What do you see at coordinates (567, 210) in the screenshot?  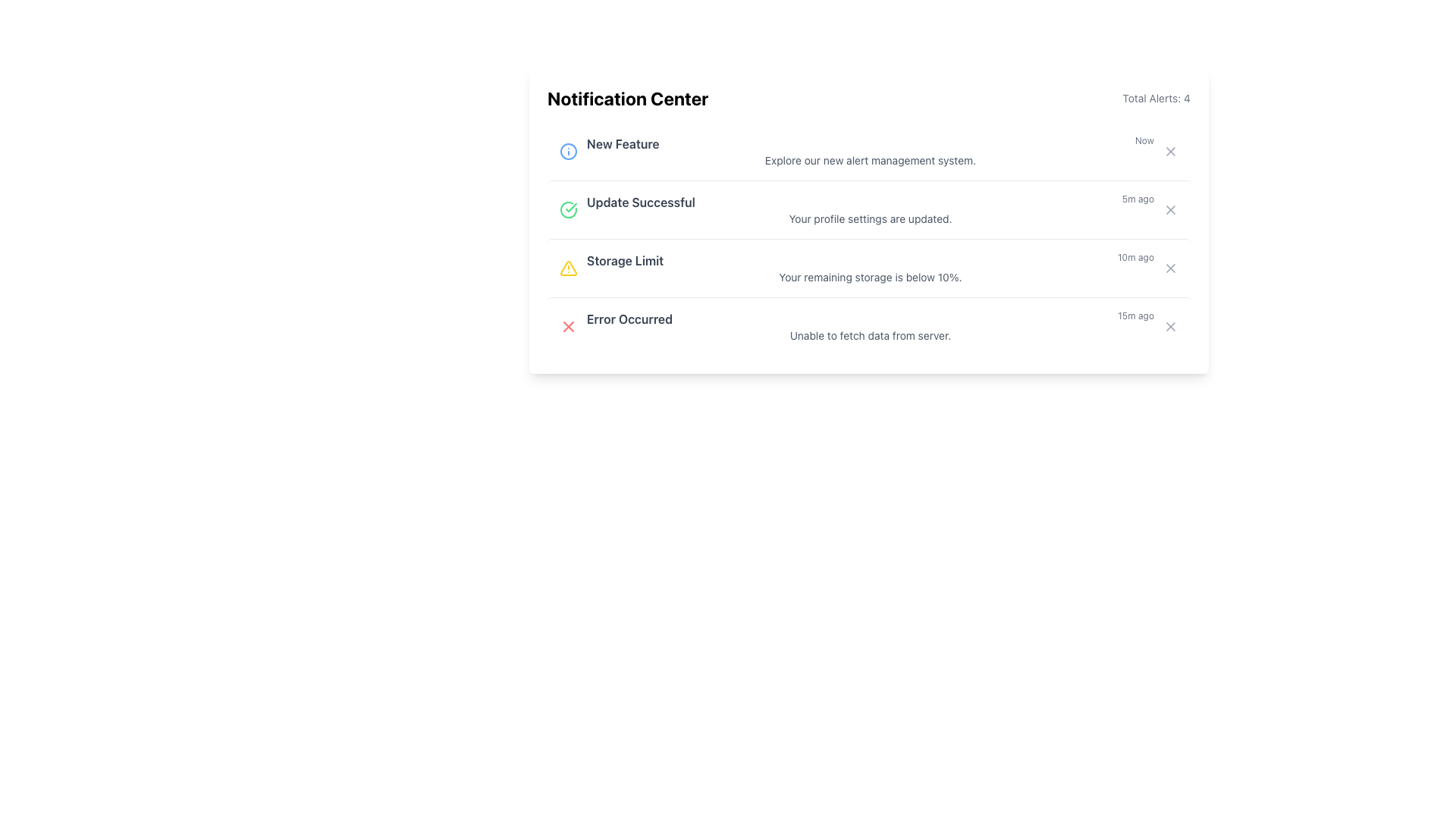 I see `the Success Indicator icon, which is a checkmark symbol inside a green circle, located at the beginning of the 'Update Successful' notification row under the 'Notification Center'` at bounding box center [567, 210].